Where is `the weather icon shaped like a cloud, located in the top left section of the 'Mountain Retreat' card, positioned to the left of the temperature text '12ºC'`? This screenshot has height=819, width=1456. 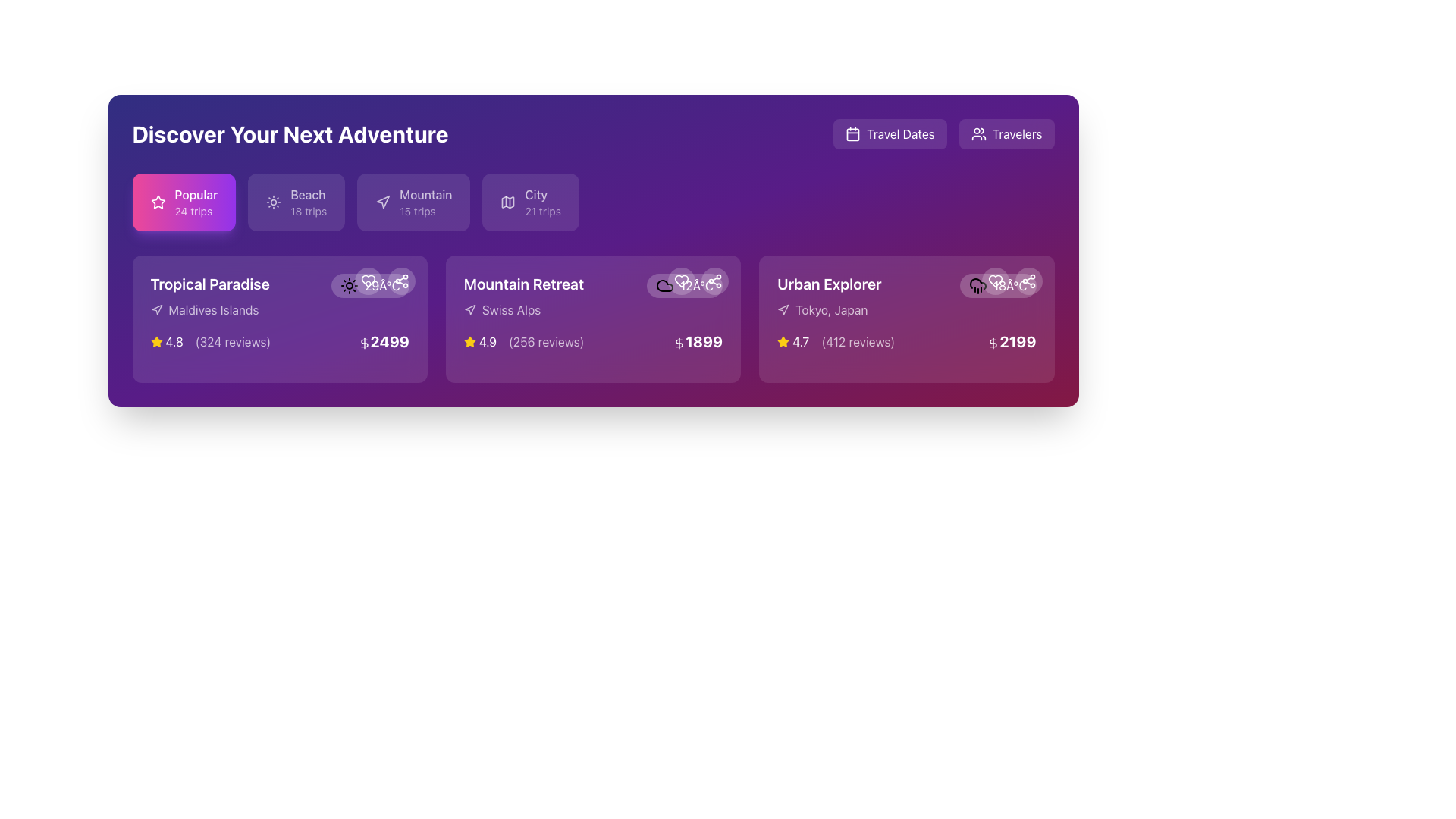 the weather icon shaped like a cloud, located in the top left section of the 'Mountain Retreat' card, positioned to the left of the temperature text '12ºC' is located at coordinates (665, 286).